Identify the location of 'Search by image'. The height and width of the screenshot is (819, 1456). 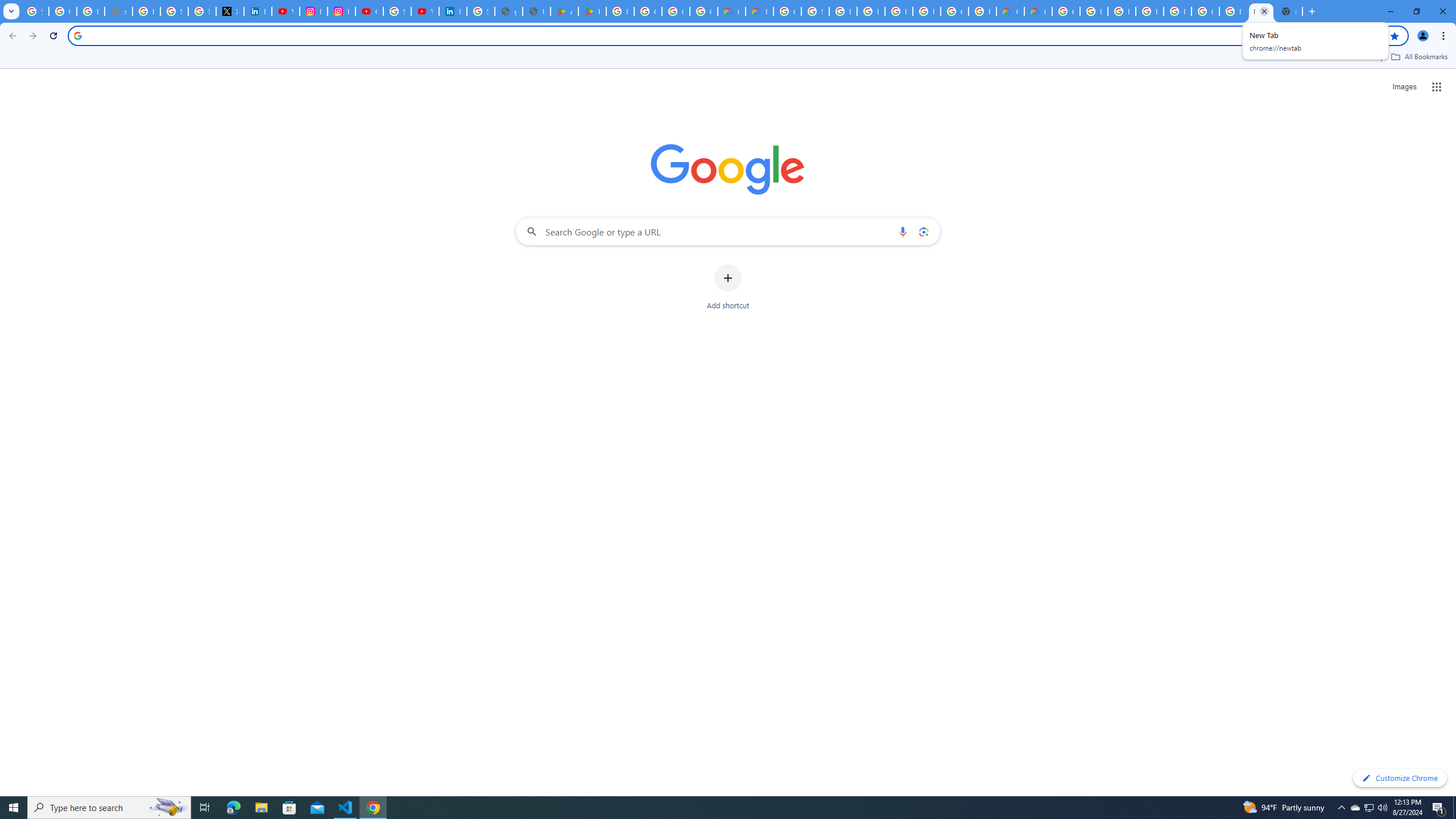
(923, 230).